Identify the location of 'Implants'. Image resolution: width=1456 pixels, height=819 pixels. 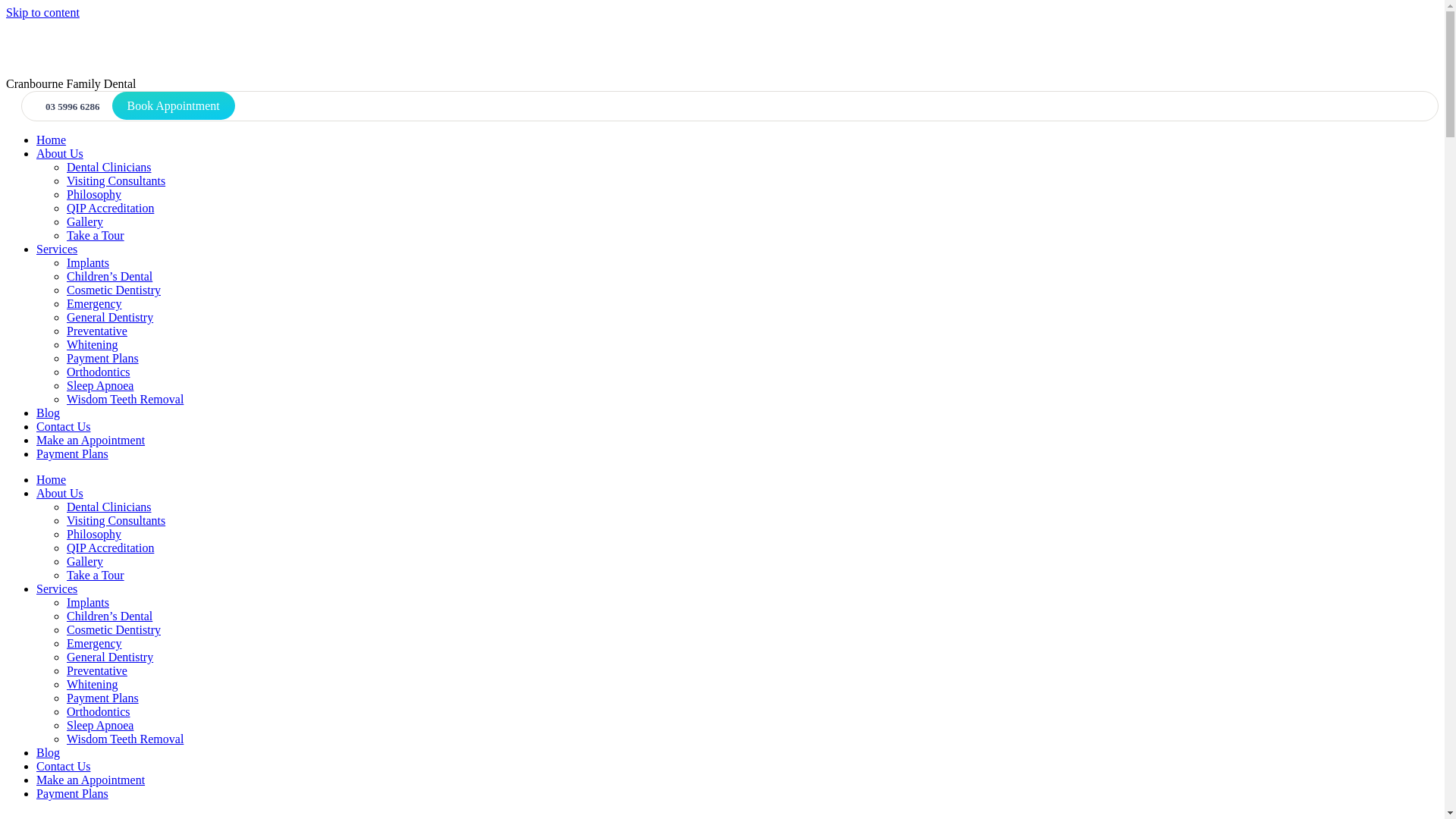
(86, 601).